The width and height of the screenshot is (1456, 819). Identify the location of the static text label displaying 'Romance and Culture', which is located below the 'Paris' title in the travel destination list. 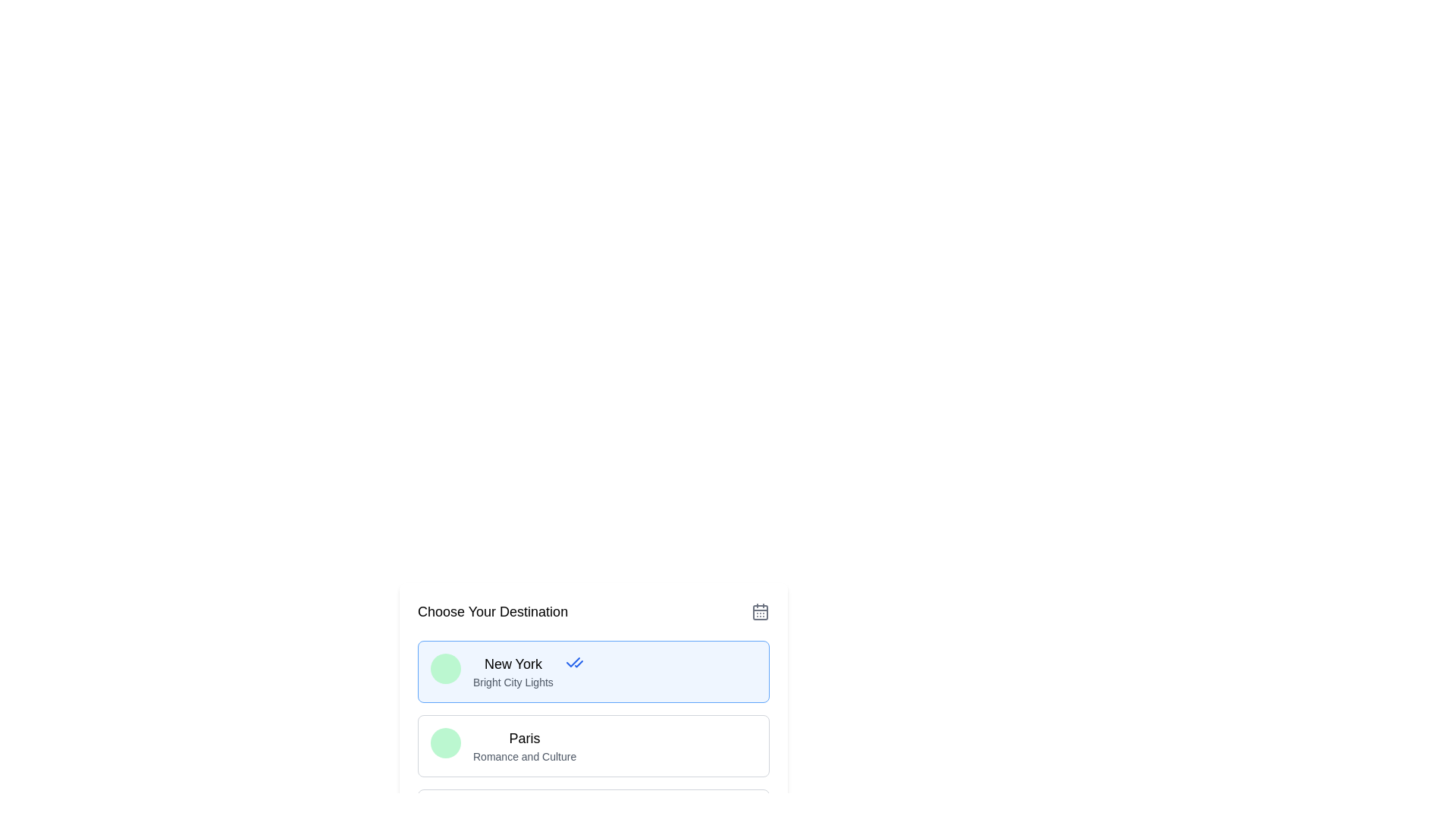
(525, 757).